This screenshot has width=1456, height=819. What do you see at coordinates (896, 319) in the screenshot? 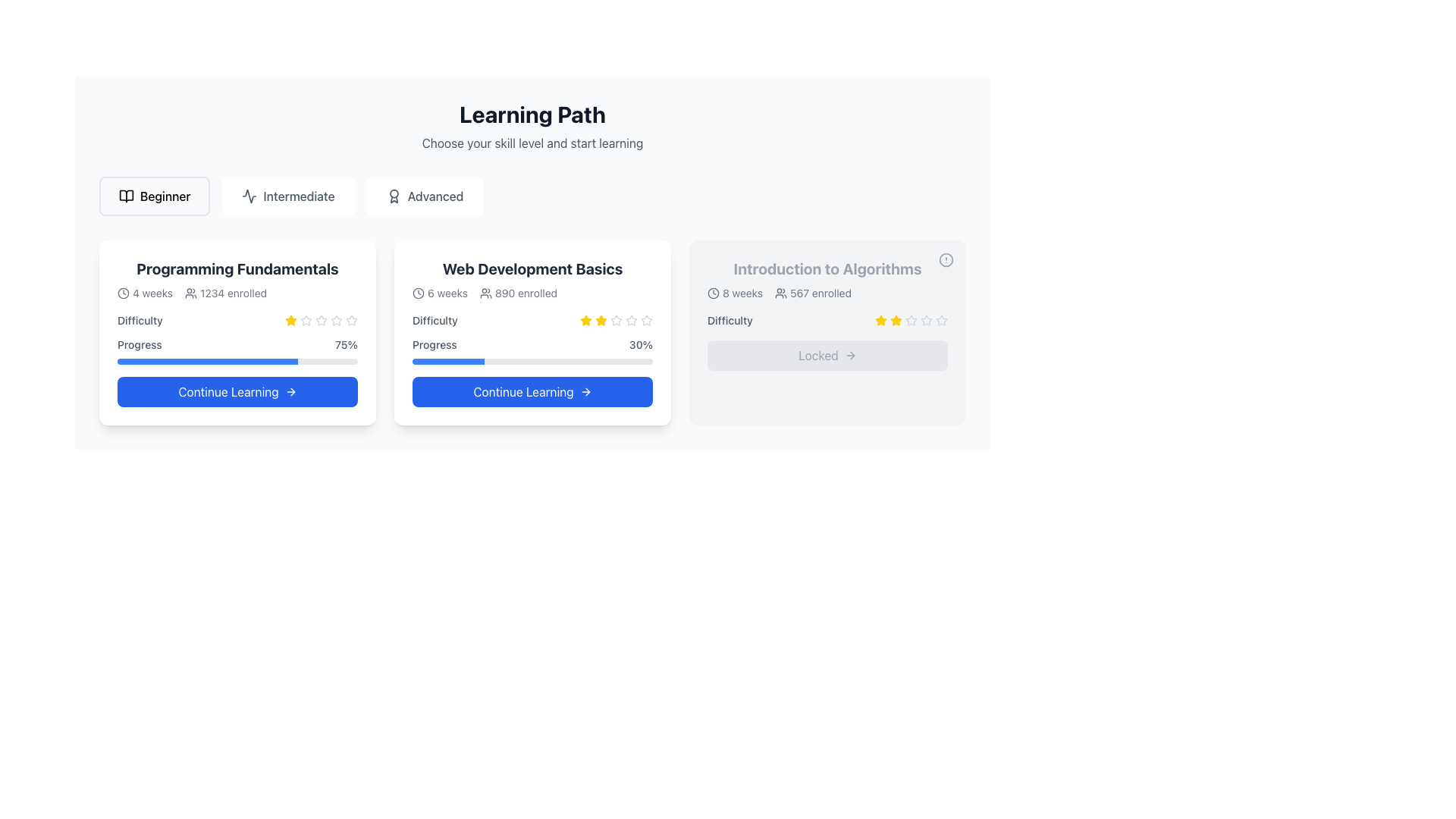
I see `the third solid-yellow star icon in the rating system under the 'Difficulty' label in the 'Introduction to Algorithms' card` at bounding box center [896, 319].